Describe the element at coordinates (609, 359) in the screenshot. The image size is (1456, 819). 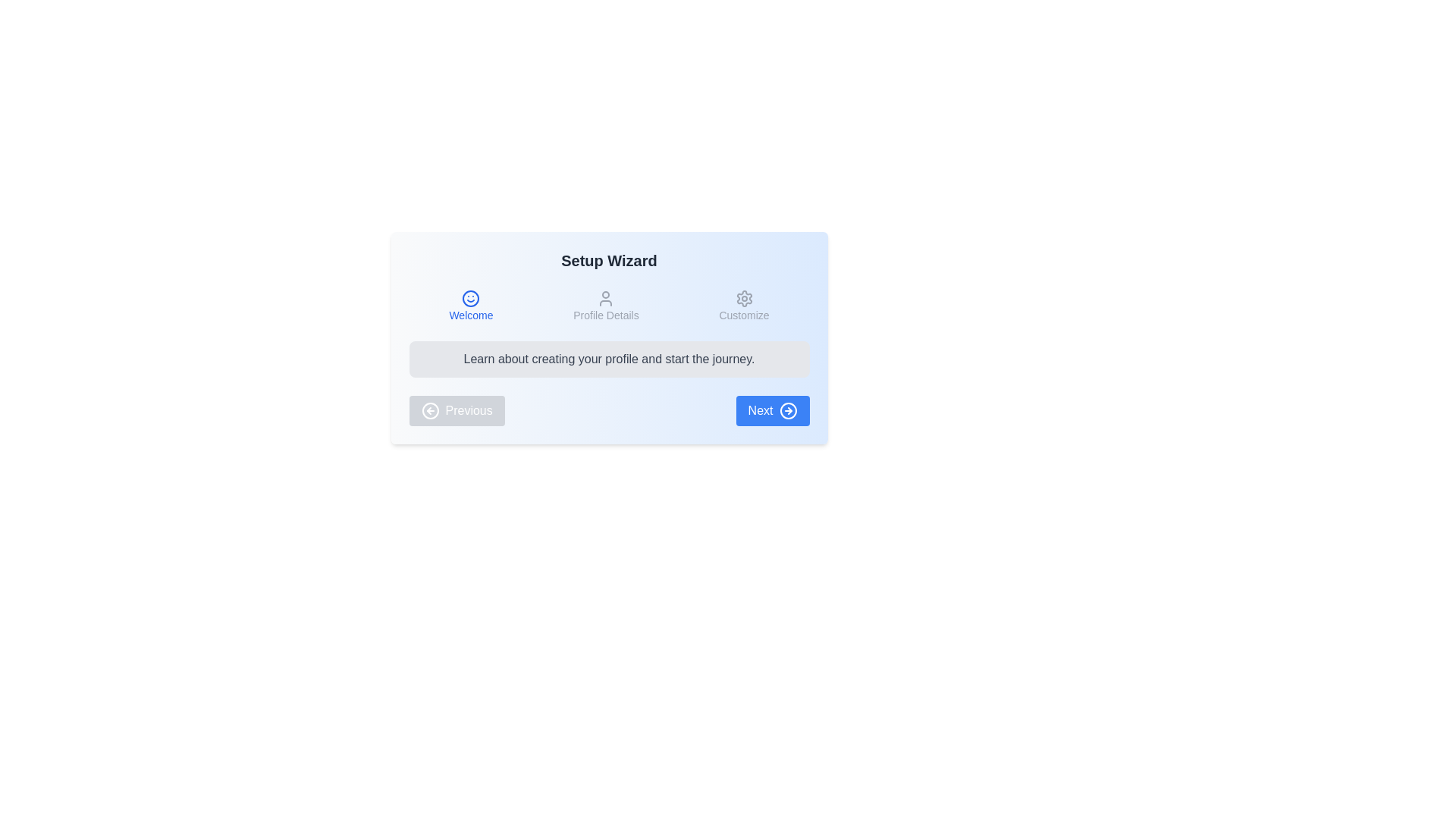
I see `the informational text label that provides guidance in the setup wizard, positioned below the 'Welcome' header and above the navigation buttons` at that location.